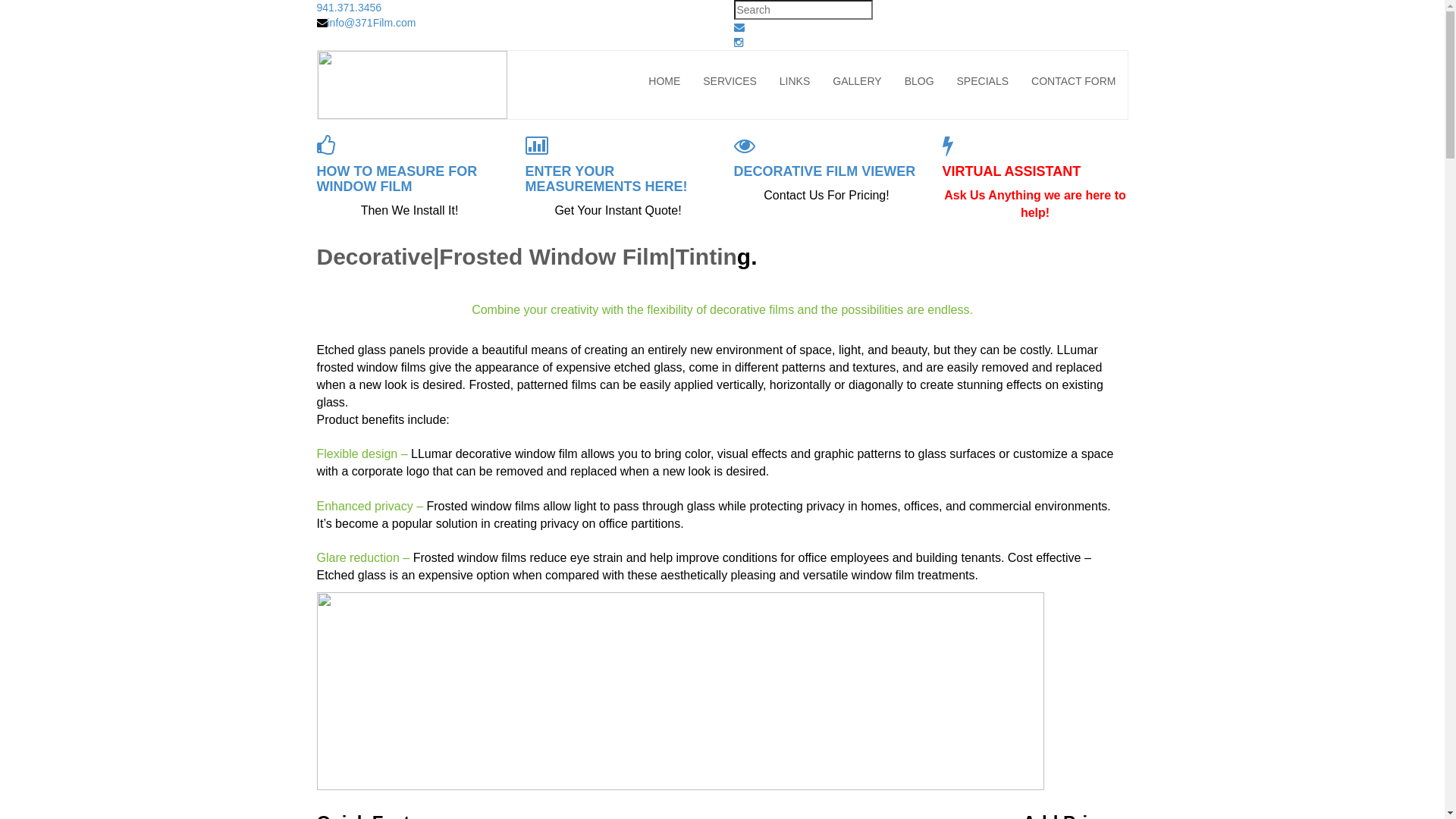 The image size is (1456, 819). What do you see at coordinates (372, 23) in the screenshot?
I see `'info@371Film.com'` at bounding box center [372, 23].